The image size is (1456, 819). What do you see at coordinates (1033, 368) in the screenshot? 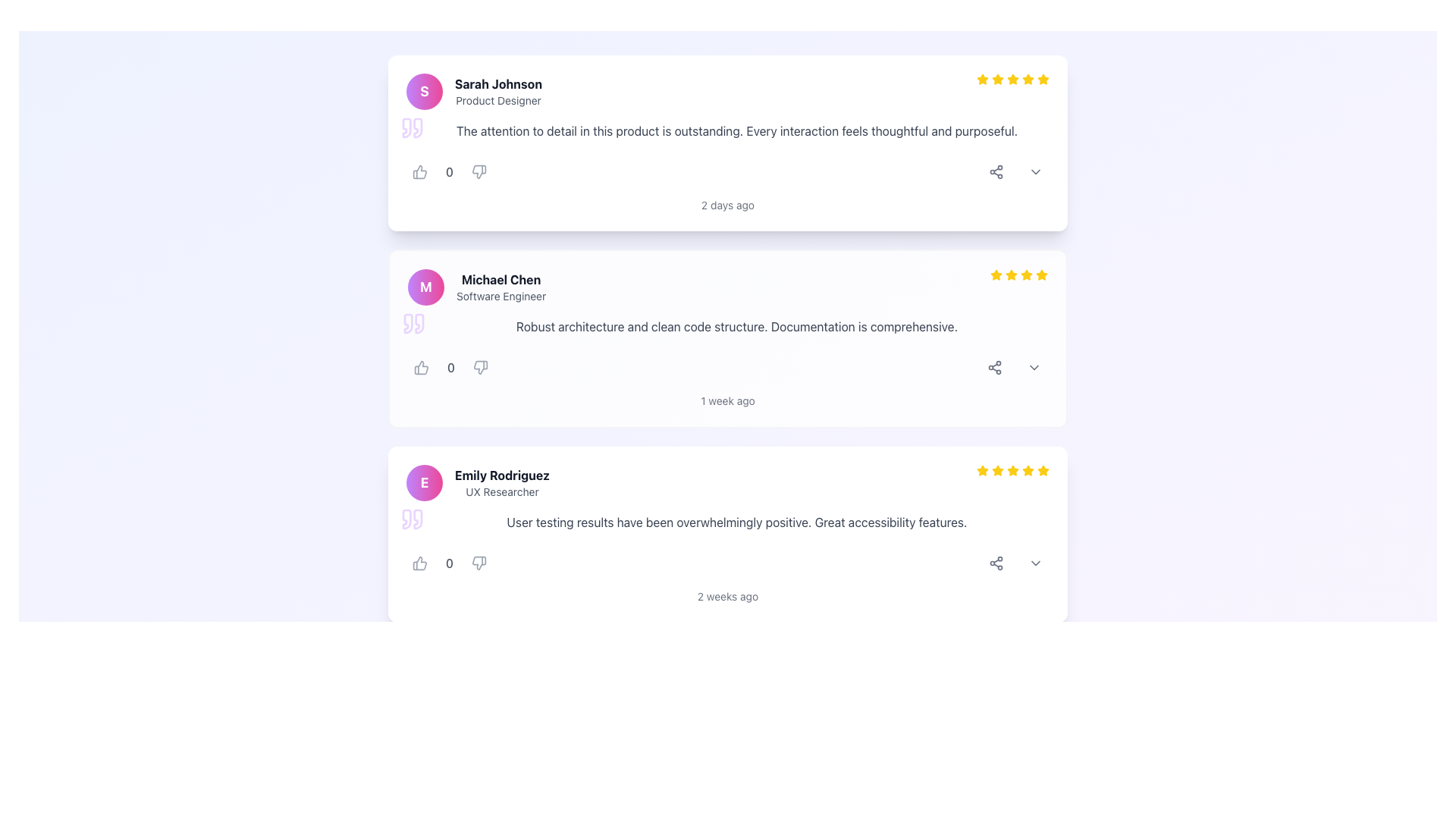
I see `the downward-pointing chevron icon located within the second feedback card` at bounding box center [1033, 368].